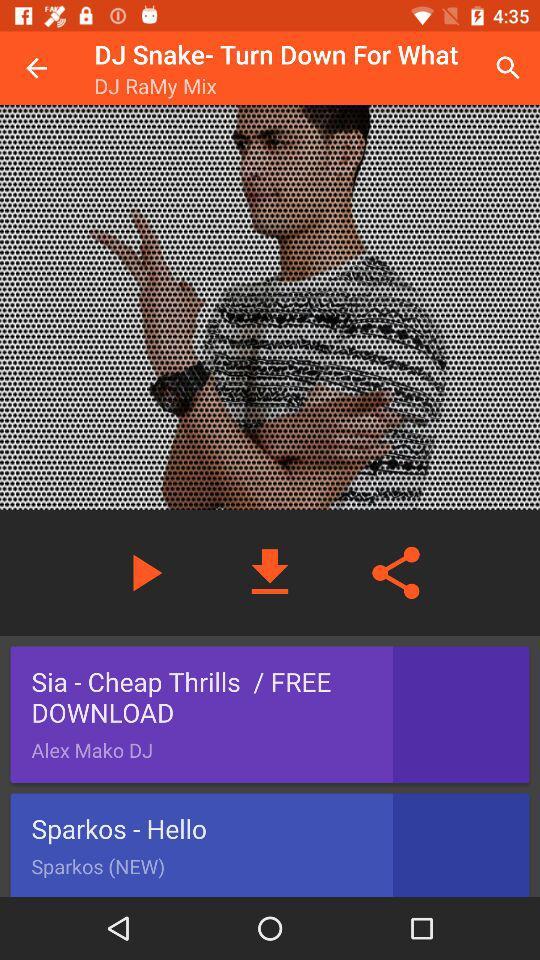 Image resolution: width=540 pixels, height=960 pixels. Describe the element at coordinates (508, 68) in the screenshot. I see `icon next to the dj snake turn` at that location.